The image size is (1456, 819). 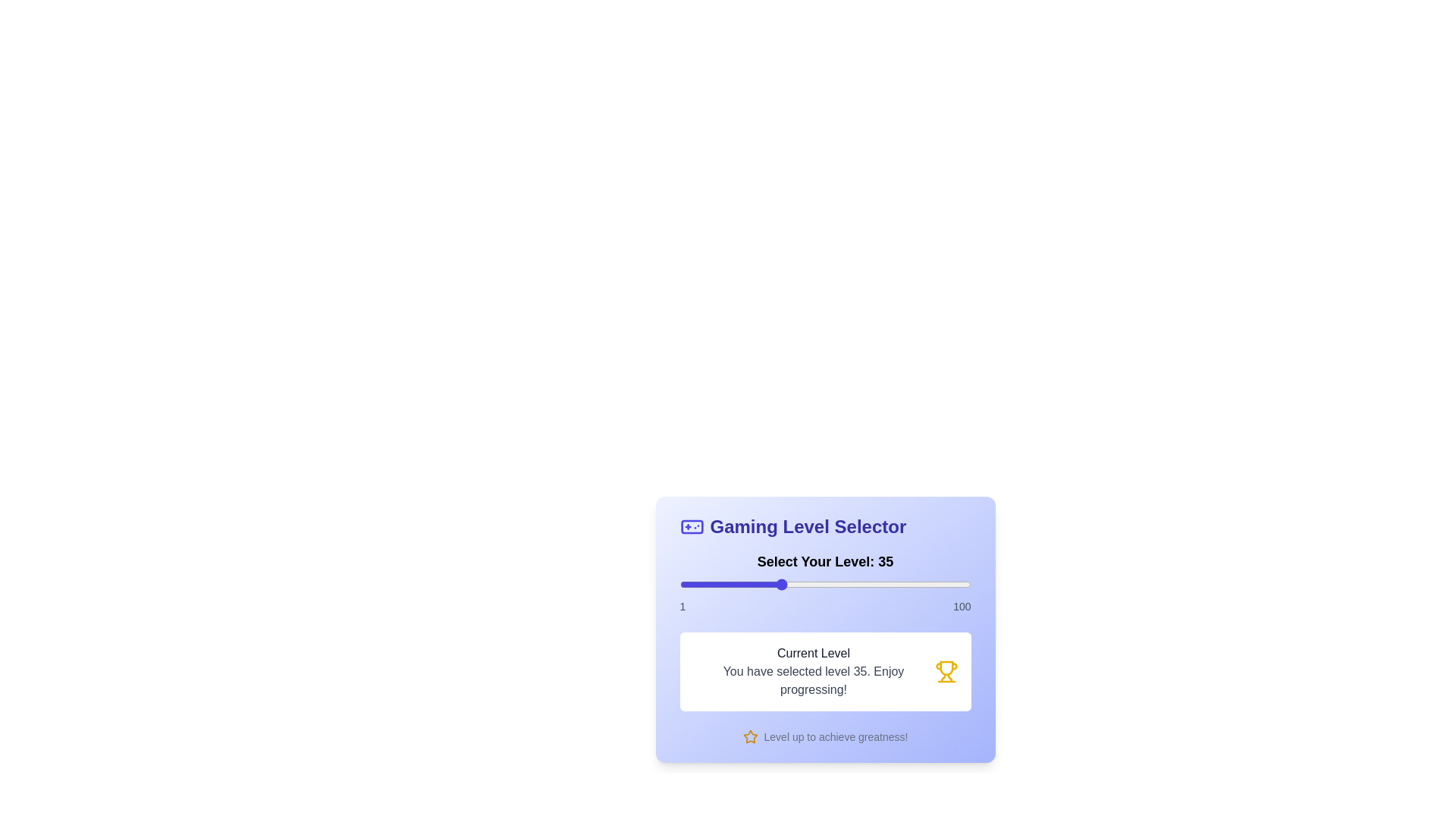 I want to click on the gaming level, so click(x=726, y=584).